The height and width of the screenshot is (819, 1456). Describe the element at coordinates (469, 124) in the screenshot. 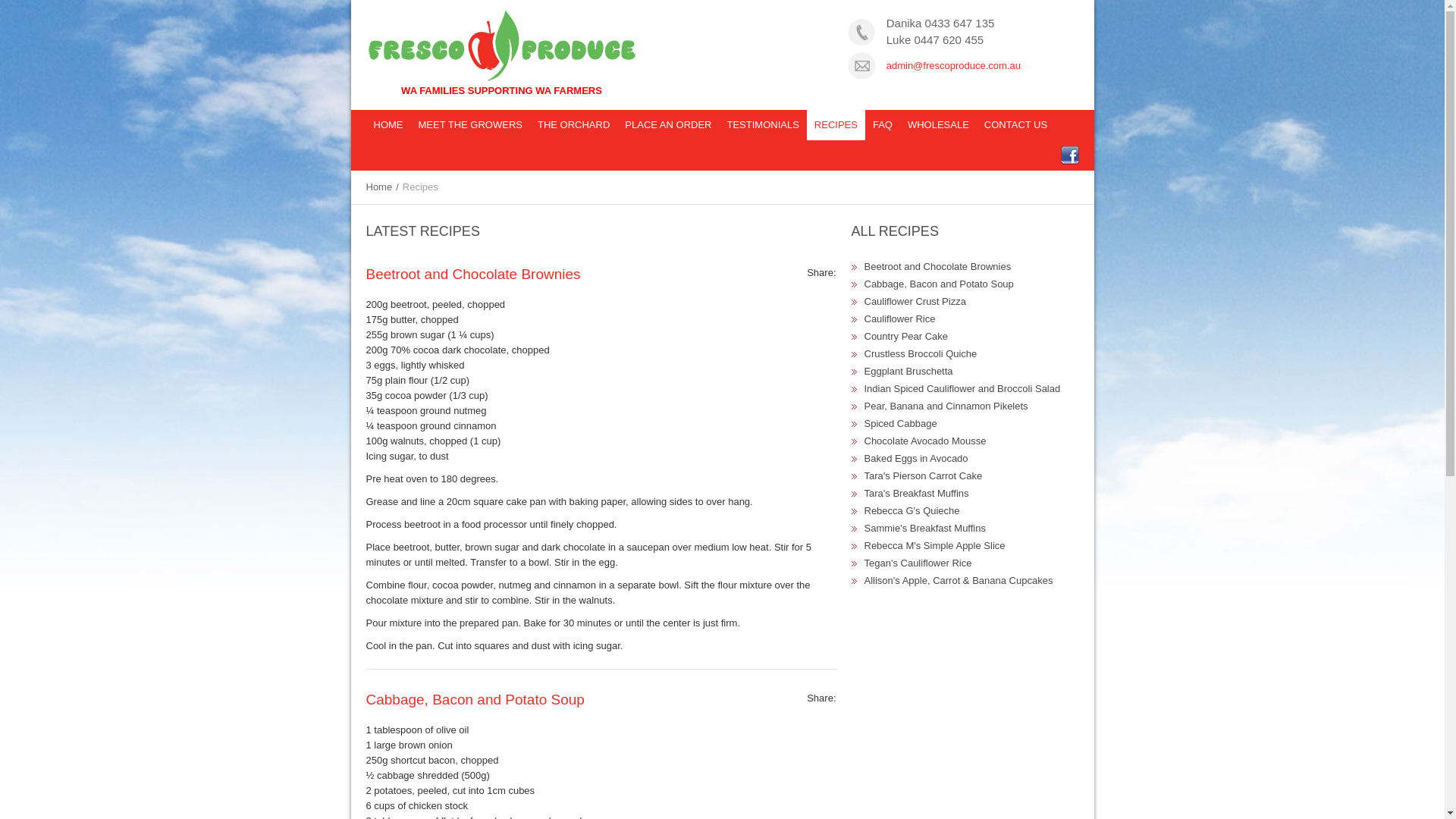

I see `'MEET THE GROWERS'` at that location.